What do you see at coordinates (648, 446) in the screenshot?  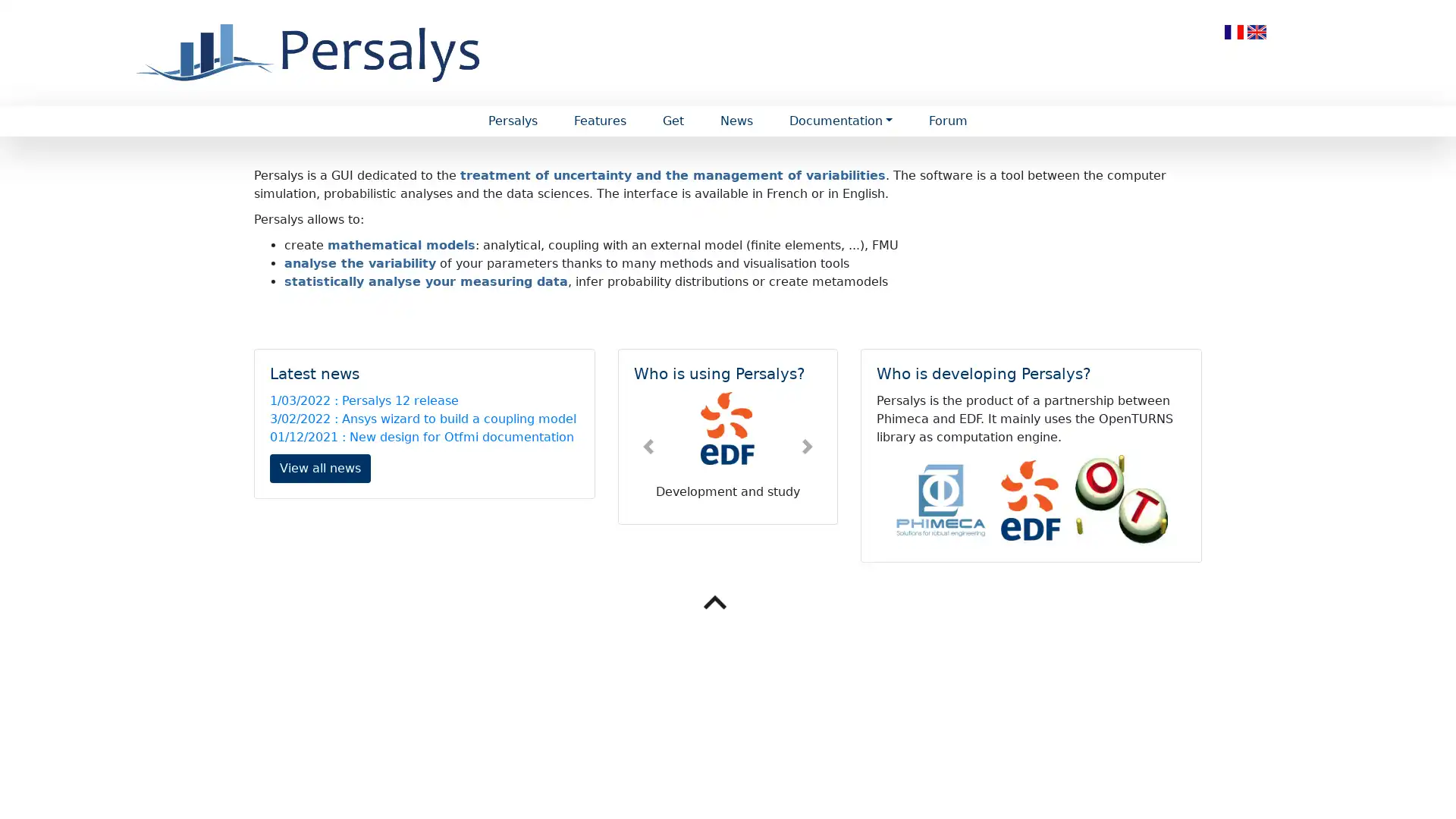 I see `Previous` at bounding box center [648, 446].